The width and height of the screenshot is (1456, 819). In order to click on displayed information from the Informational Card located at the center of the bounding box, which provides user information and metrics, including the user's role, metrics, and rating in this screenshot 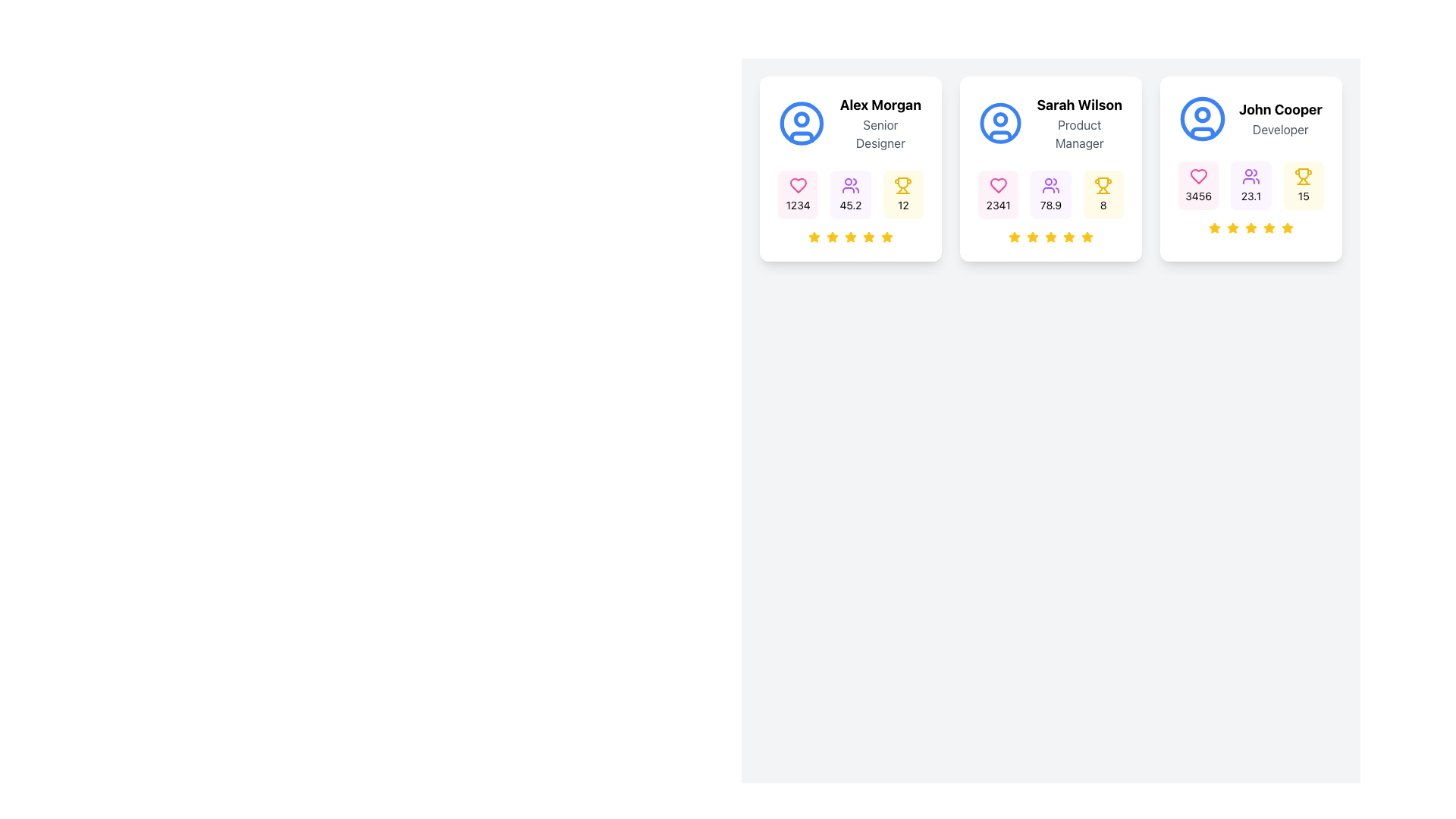, I will do `click(1050, 169)`.